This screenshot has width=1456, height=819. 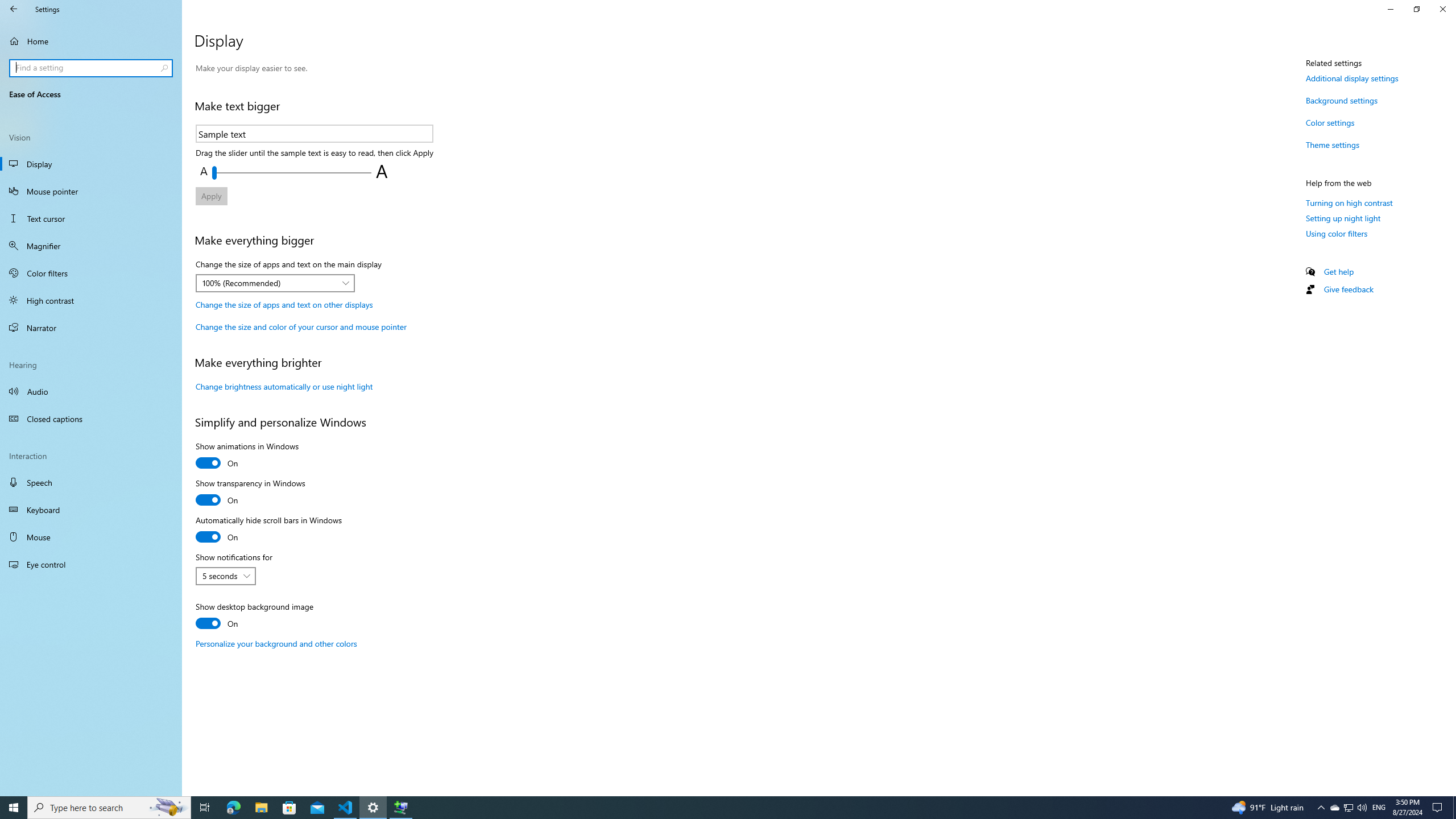 What do you see at coordinates (276, 643) in the screenshot?
I see `'Personalize your background and other colors'` at bounding box center [276, 643].